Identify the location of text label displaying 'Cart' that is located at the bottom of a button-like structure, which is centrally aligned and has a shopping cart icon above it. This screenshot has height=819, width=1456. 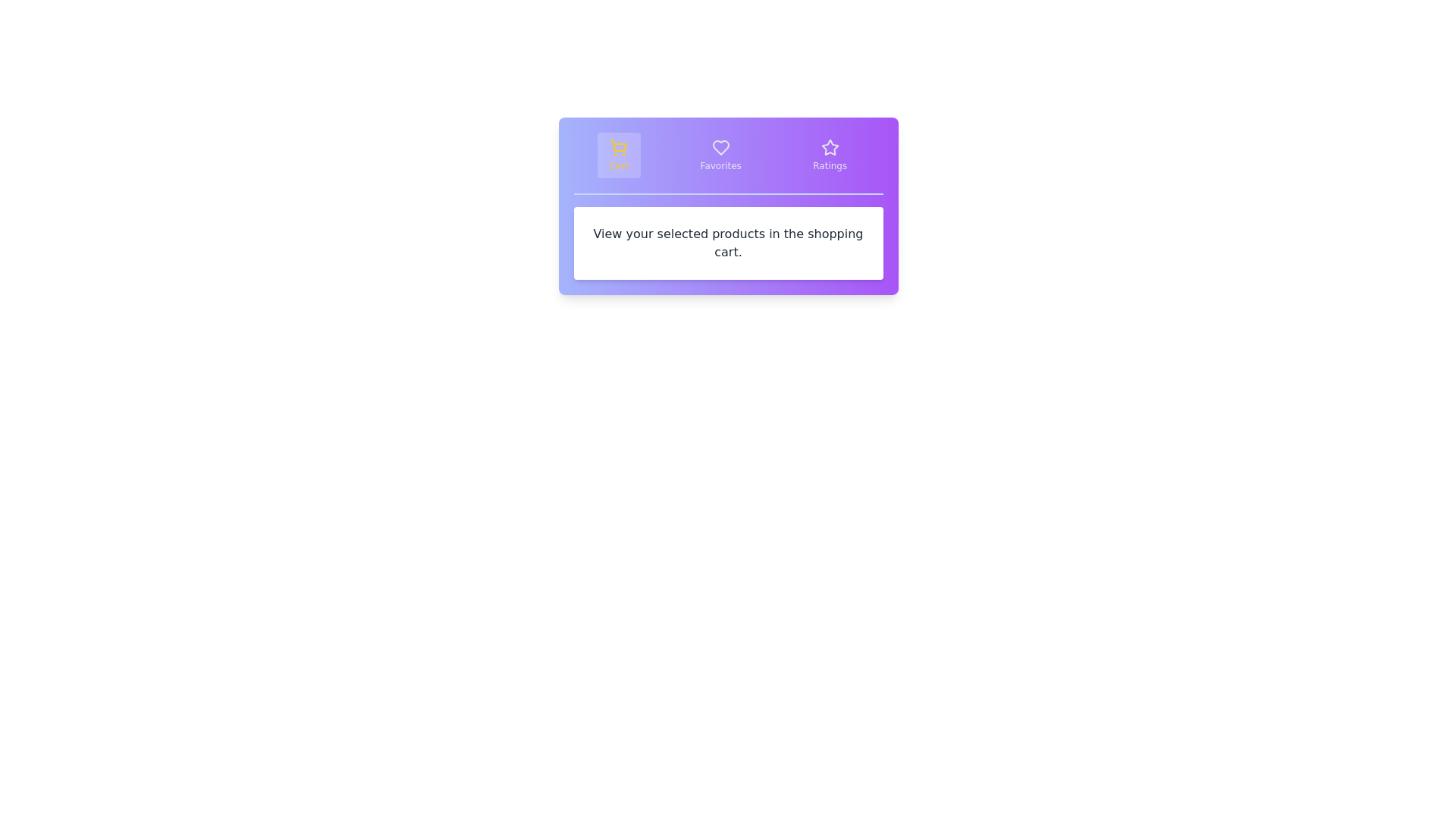
(619, 166).